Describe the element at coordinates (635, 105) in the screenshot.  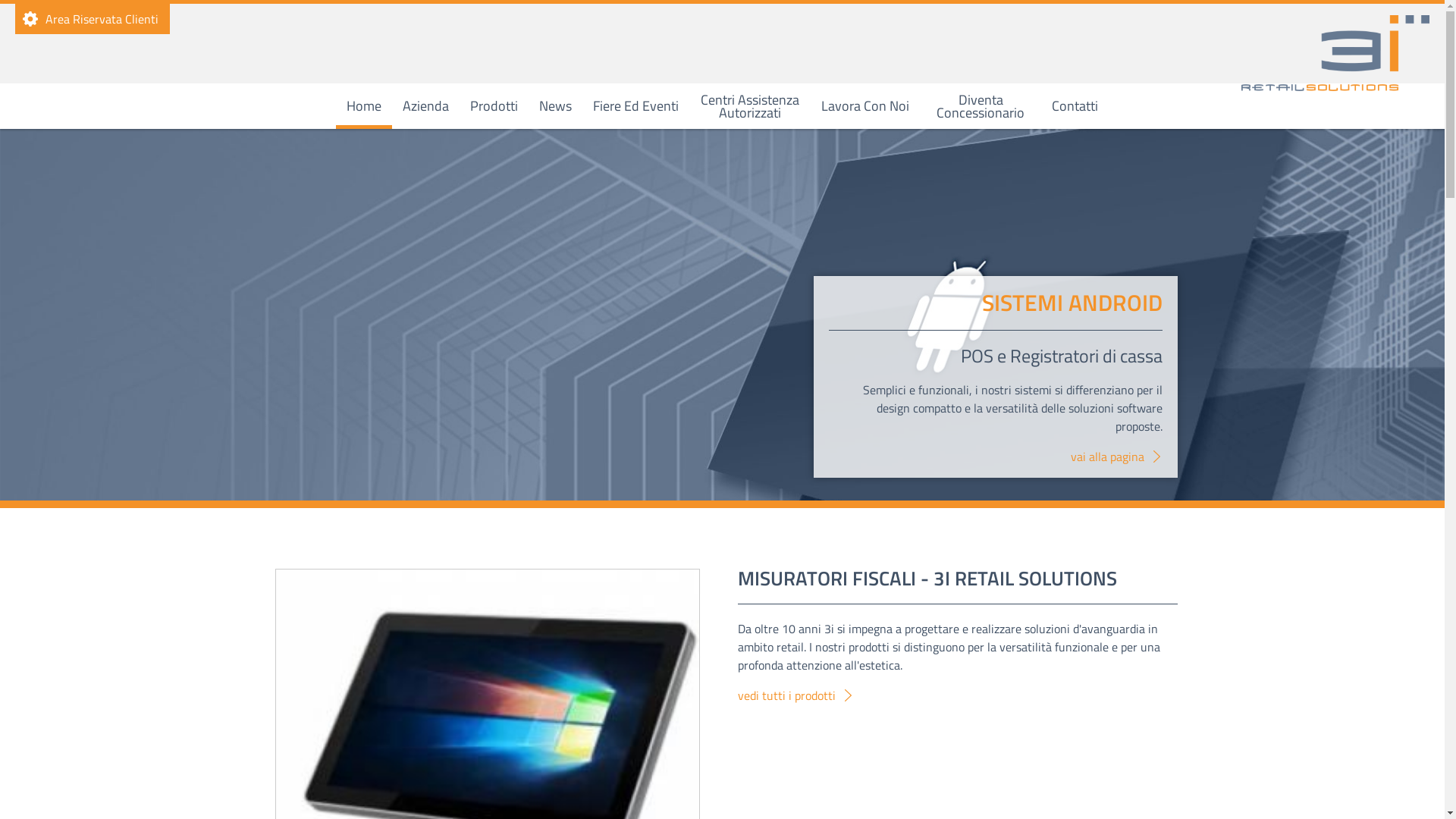
I see `'Fiere Ed Eventi'` at that location.